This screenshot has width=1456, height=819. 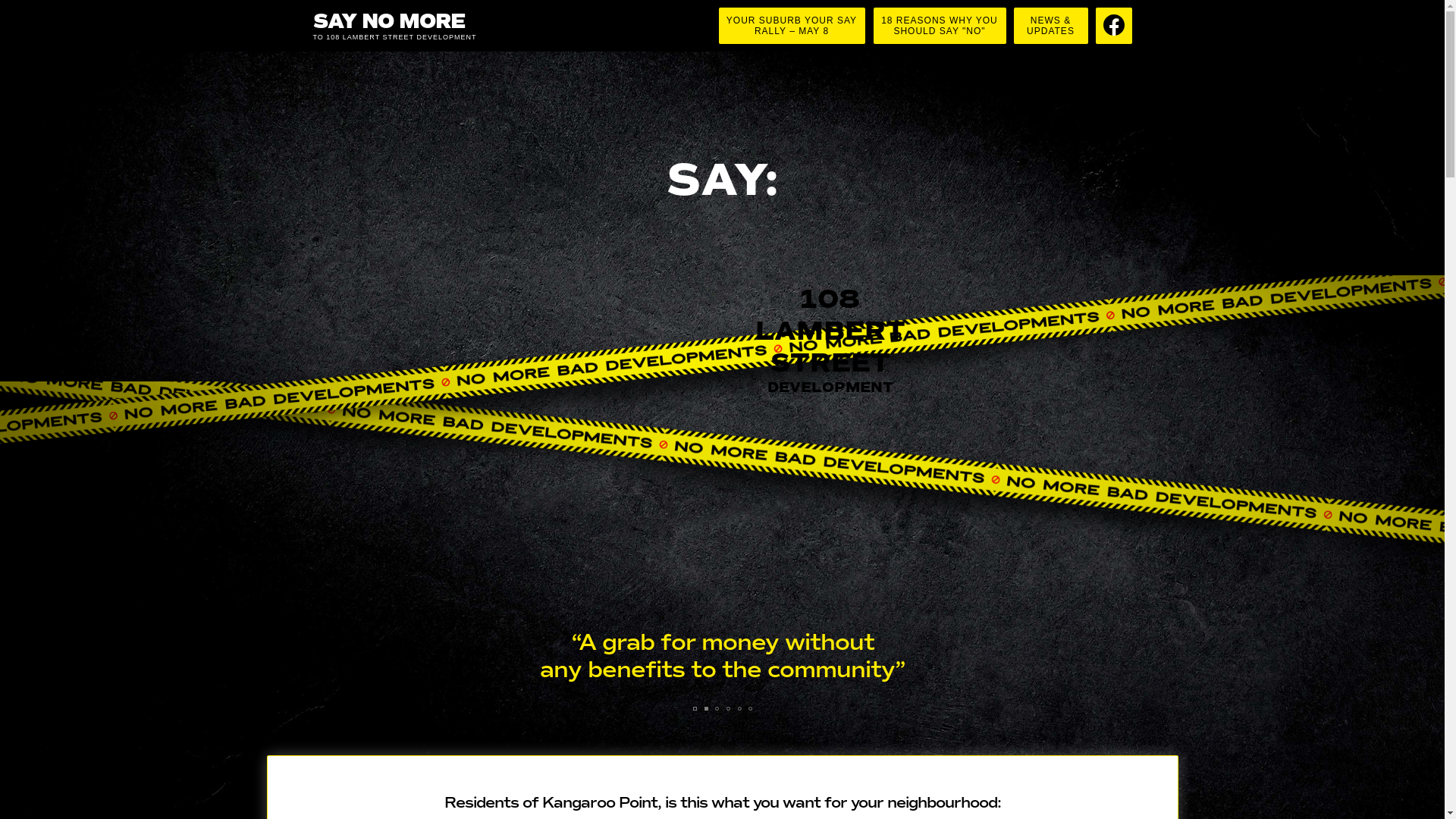 I want to click on '18 REASONS WHY YOU SHOULD SAY "NO"', so click(x=939, y=26).